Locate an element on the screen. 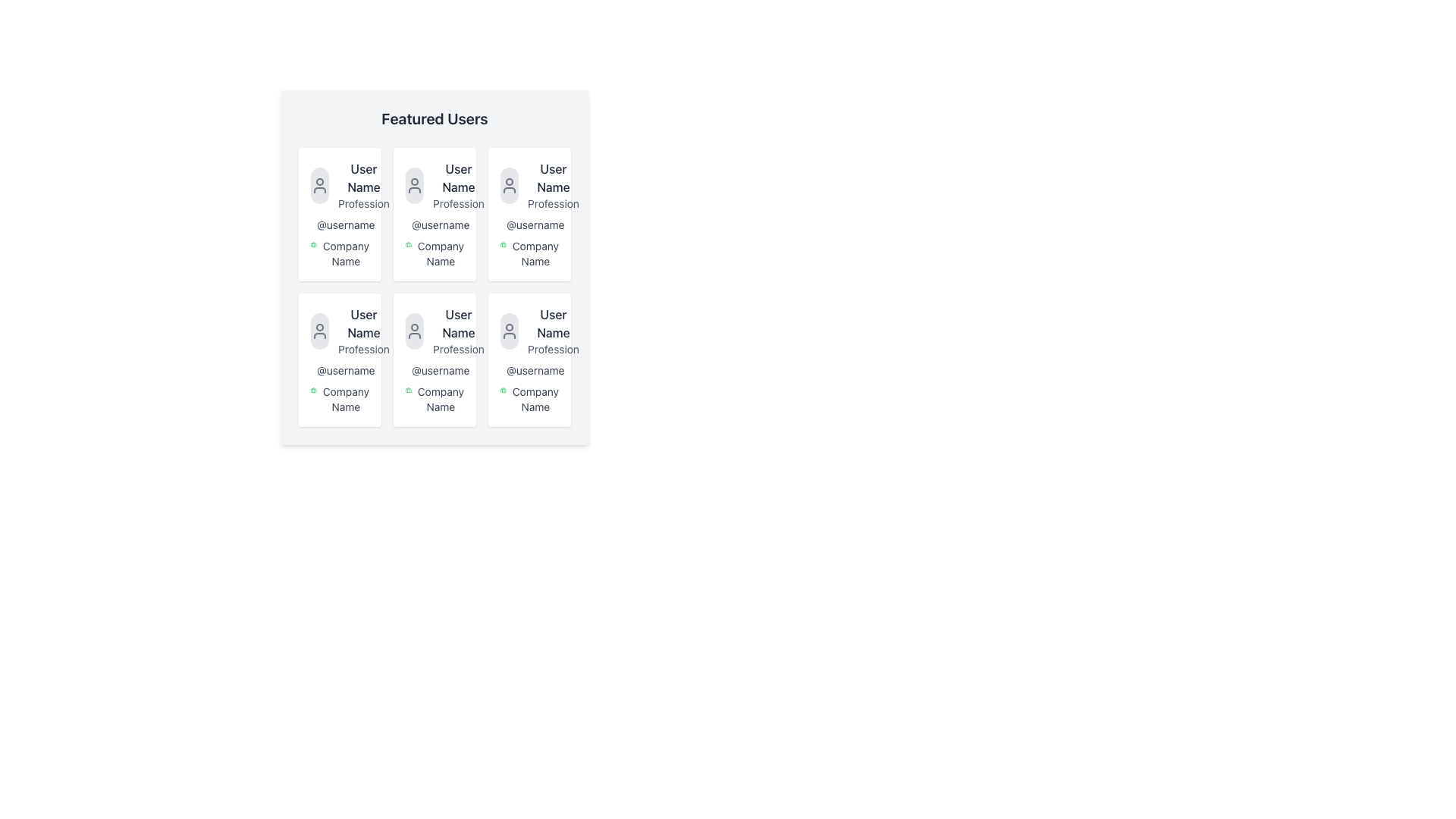 Image resolution: width=1456 pixels, height=819 pixels. company name text label located in the central column of the second row of user profile cards, situated below the username text element is located at coordinates (535, 253).